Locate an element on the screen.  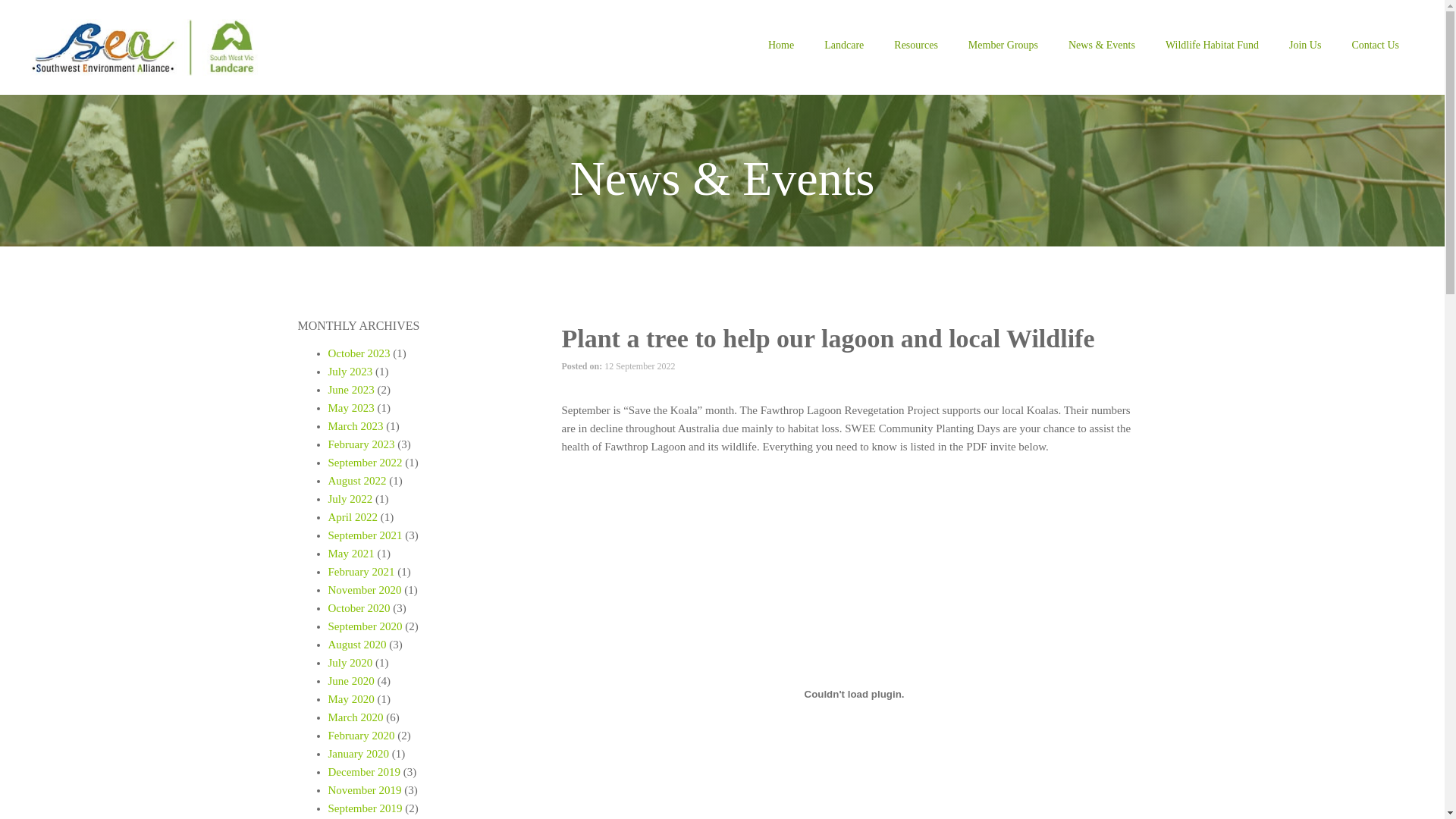
'Wildlife Habitat Fund' is located at coordinates (1150, 46).